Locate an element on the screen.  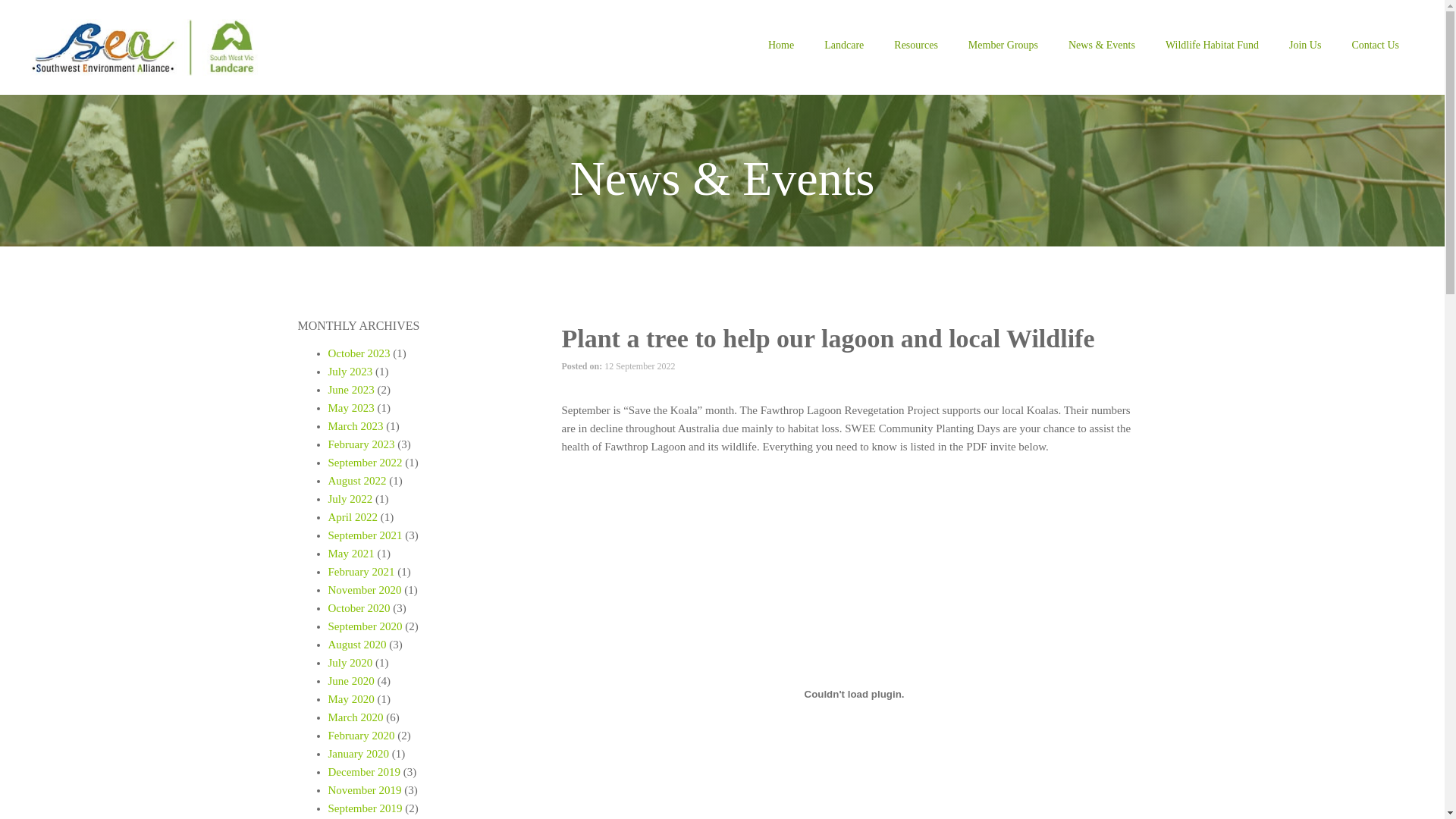
'Wildlife Habitat Fund' is located at coordinates (1150, 46).